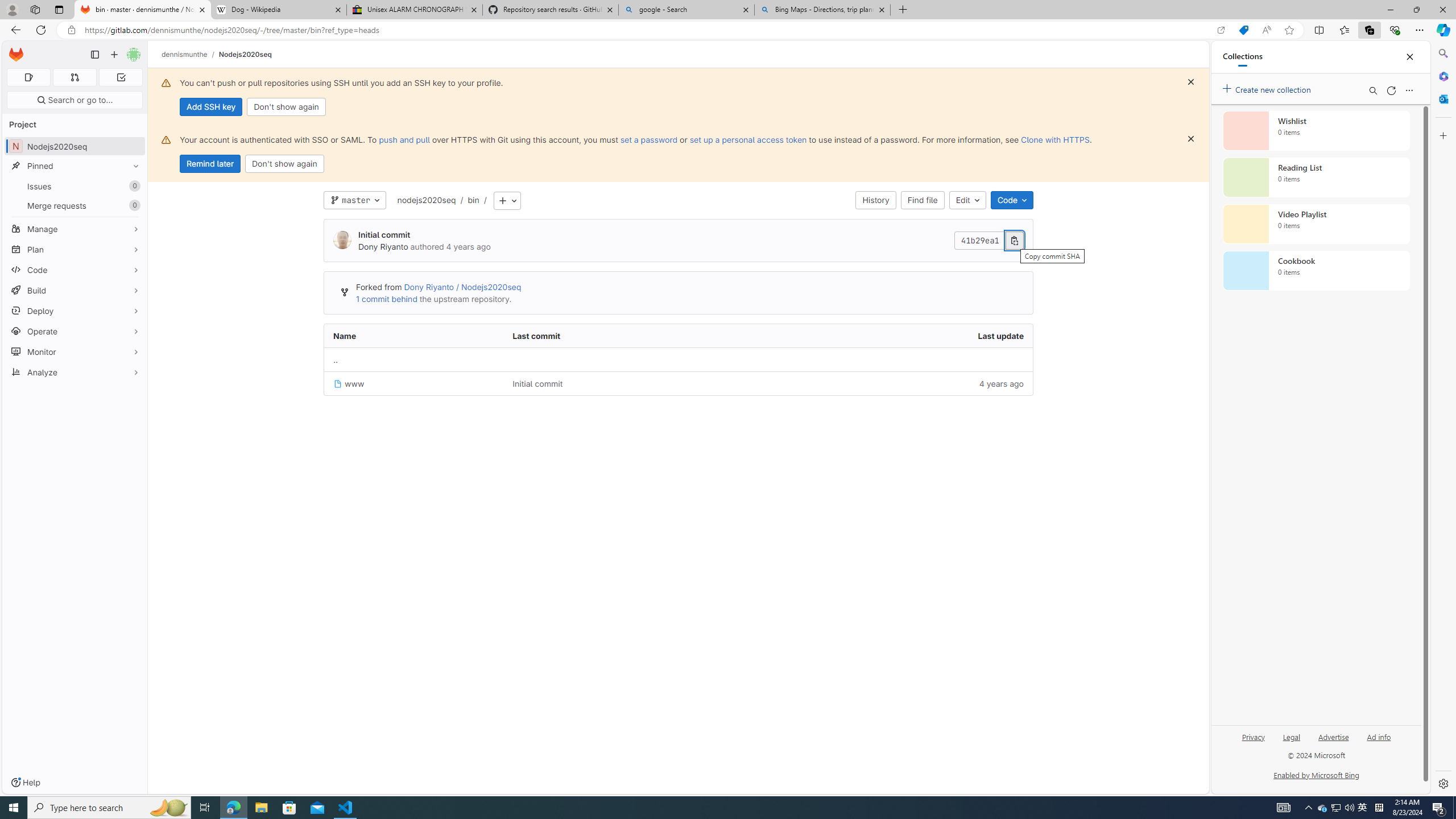 Image resolution: width=1456 pixels, height=819 pixels. I want to click on 'Monitor', so click(74, 351).